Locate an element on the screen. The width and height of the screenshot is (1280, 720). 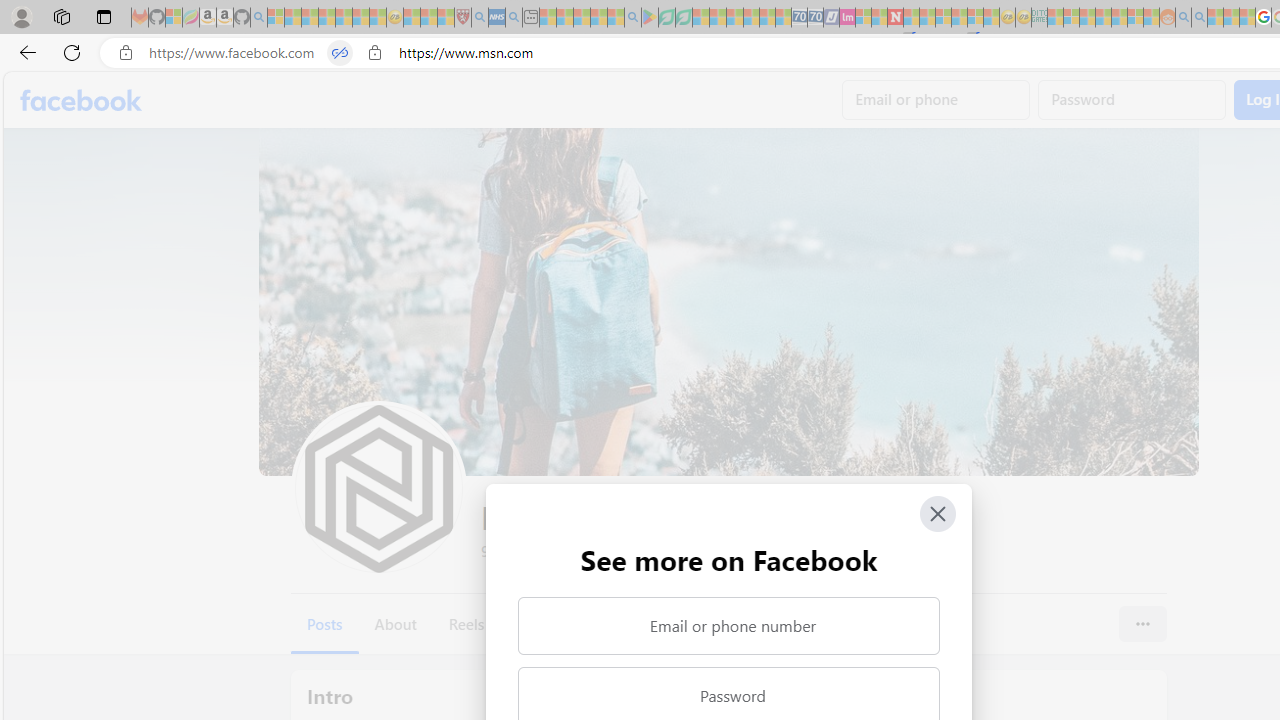
'Refresh' is located at coordinates (72, 51).